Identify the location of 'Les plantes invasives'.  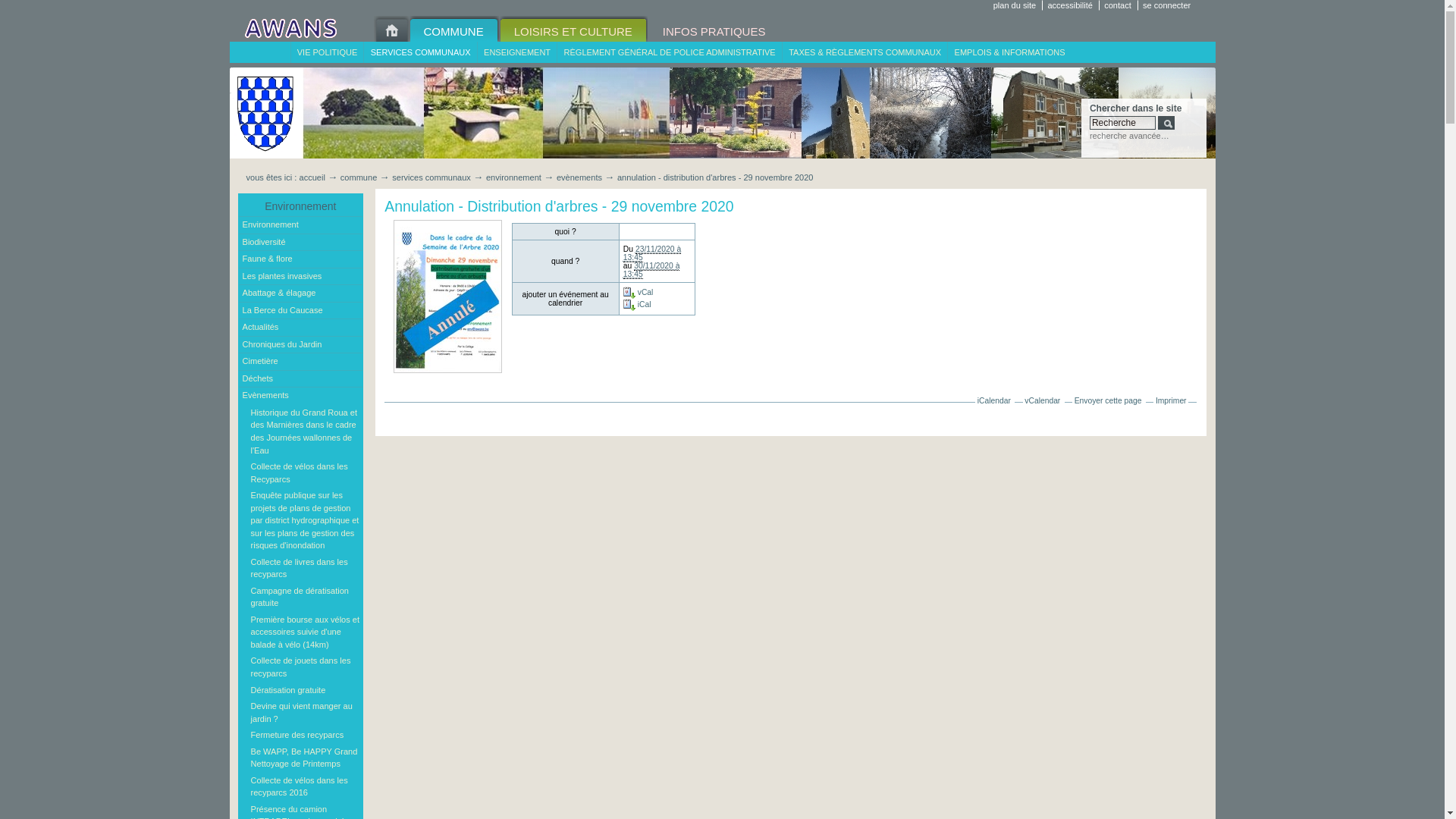
(301, 277).